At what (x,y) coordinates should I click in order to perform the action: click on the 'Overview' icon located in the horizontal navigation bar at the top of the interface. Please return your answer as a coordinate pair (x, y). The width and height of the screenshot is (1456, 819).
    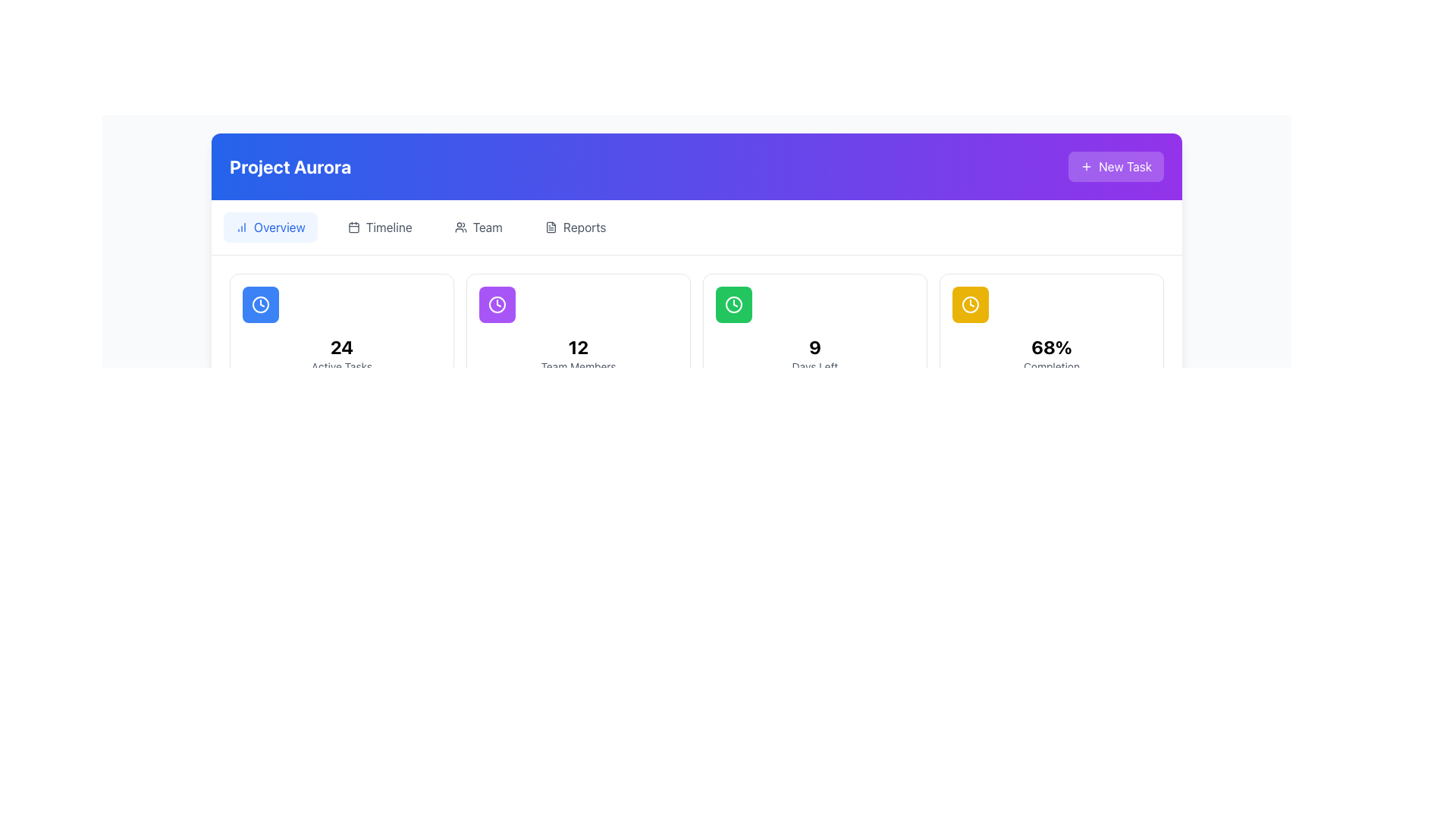
    Looking at the image, I should click on (240, 227).